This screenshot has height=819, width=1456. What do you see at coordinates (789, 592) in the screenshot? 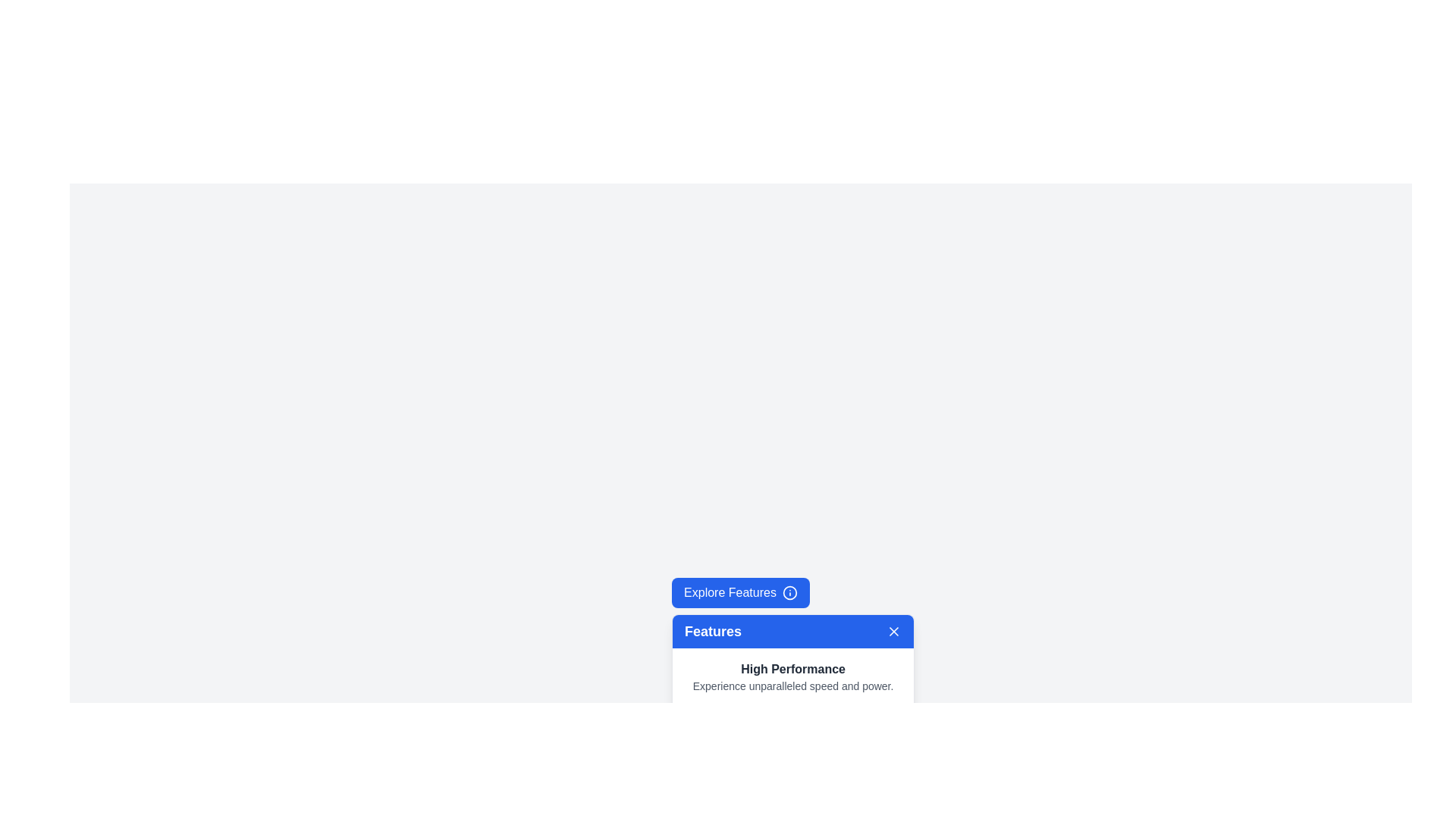
I see `the circular graphical icon located inside the 'Explore Features' button, positioned towards the right side of the button above the 'Features' panel` at bounding box center [789, 592].